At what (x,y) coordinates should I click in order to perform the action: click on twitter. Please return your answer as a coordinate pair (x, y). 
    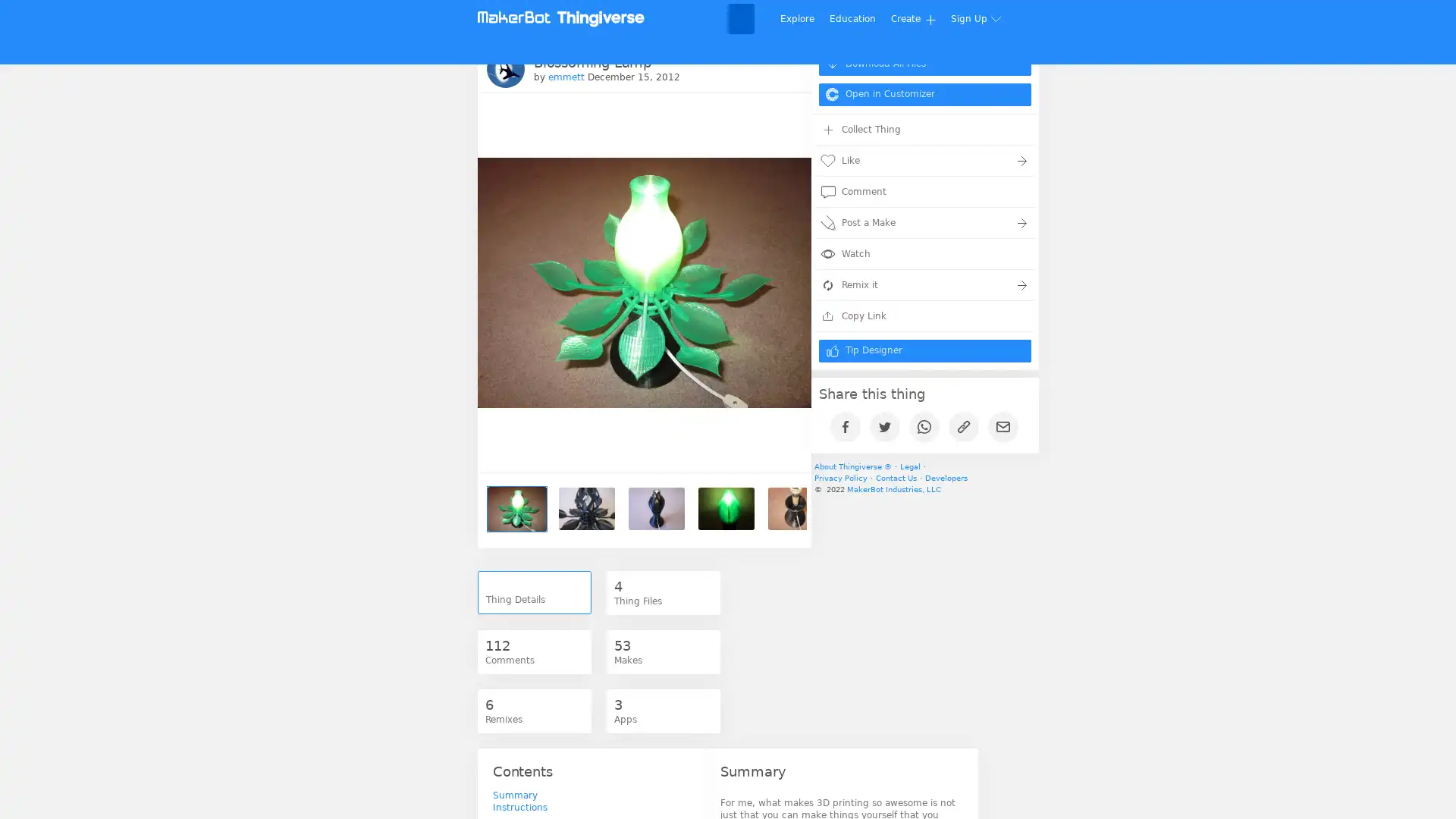
    Looking at the image, I should click on (889, 425).